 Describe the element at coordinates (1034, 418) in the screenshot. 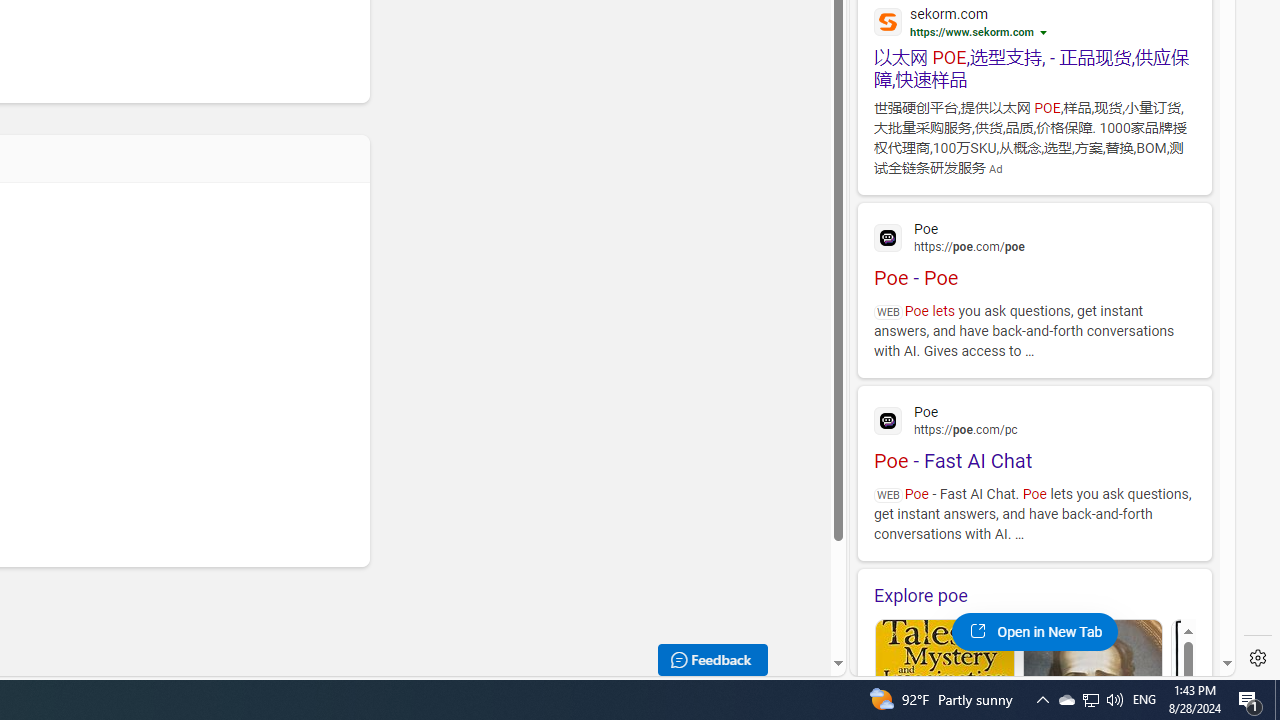

I see `'Poe'` at that location.